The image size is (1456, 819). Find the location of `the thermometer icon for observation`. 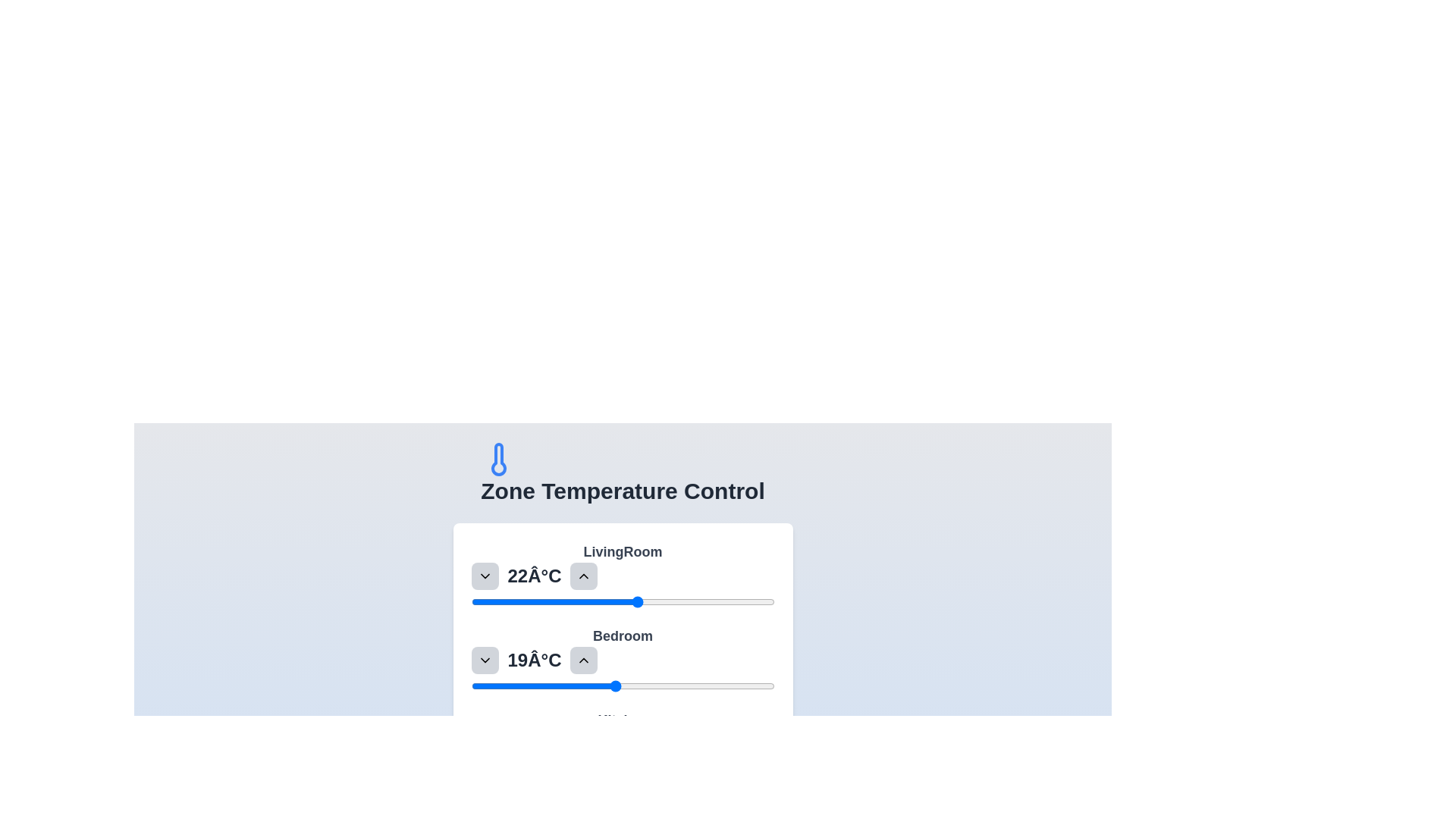

the thermometer icon for observation is located at coordinates (499, 458).